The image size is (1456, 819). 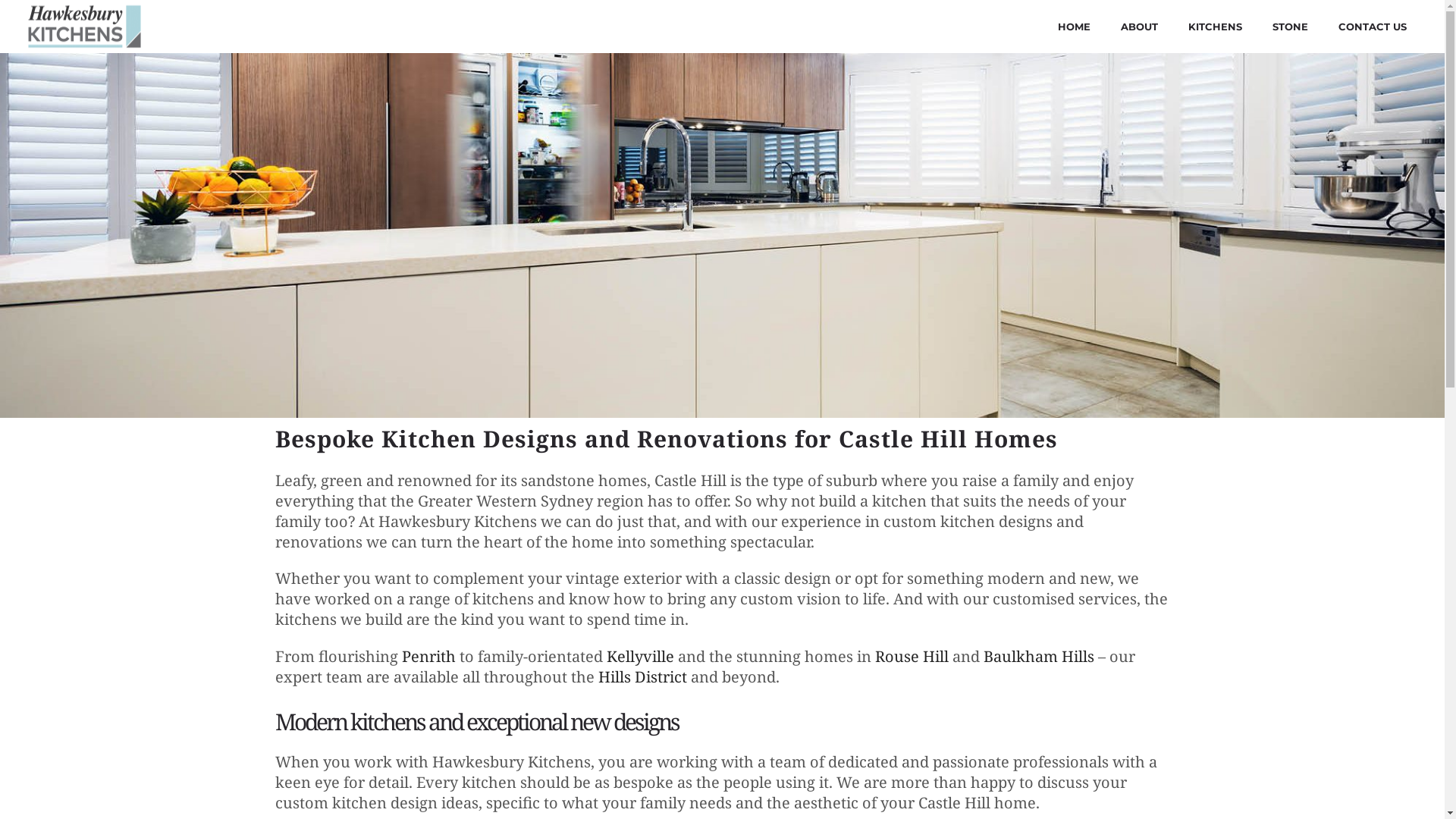 What do you see at coordinates (721, 235) in the screenshot?
I see `'Modern style kitchen 1'` at bounding box center [721, 235].